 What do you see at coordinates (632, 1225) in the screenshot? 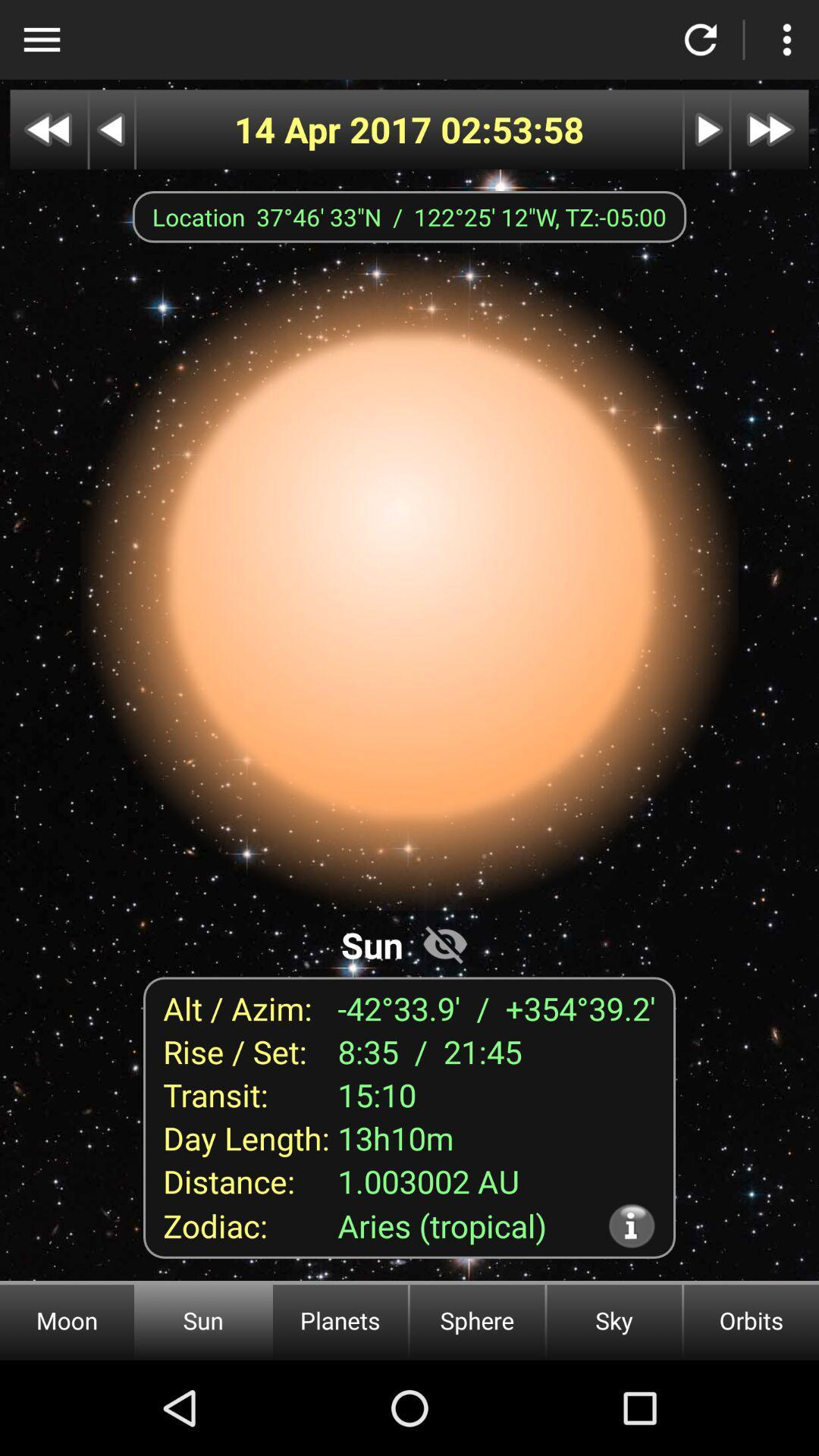
I see `the icon i beside aries tropical` at bounding box center [632, 1225].